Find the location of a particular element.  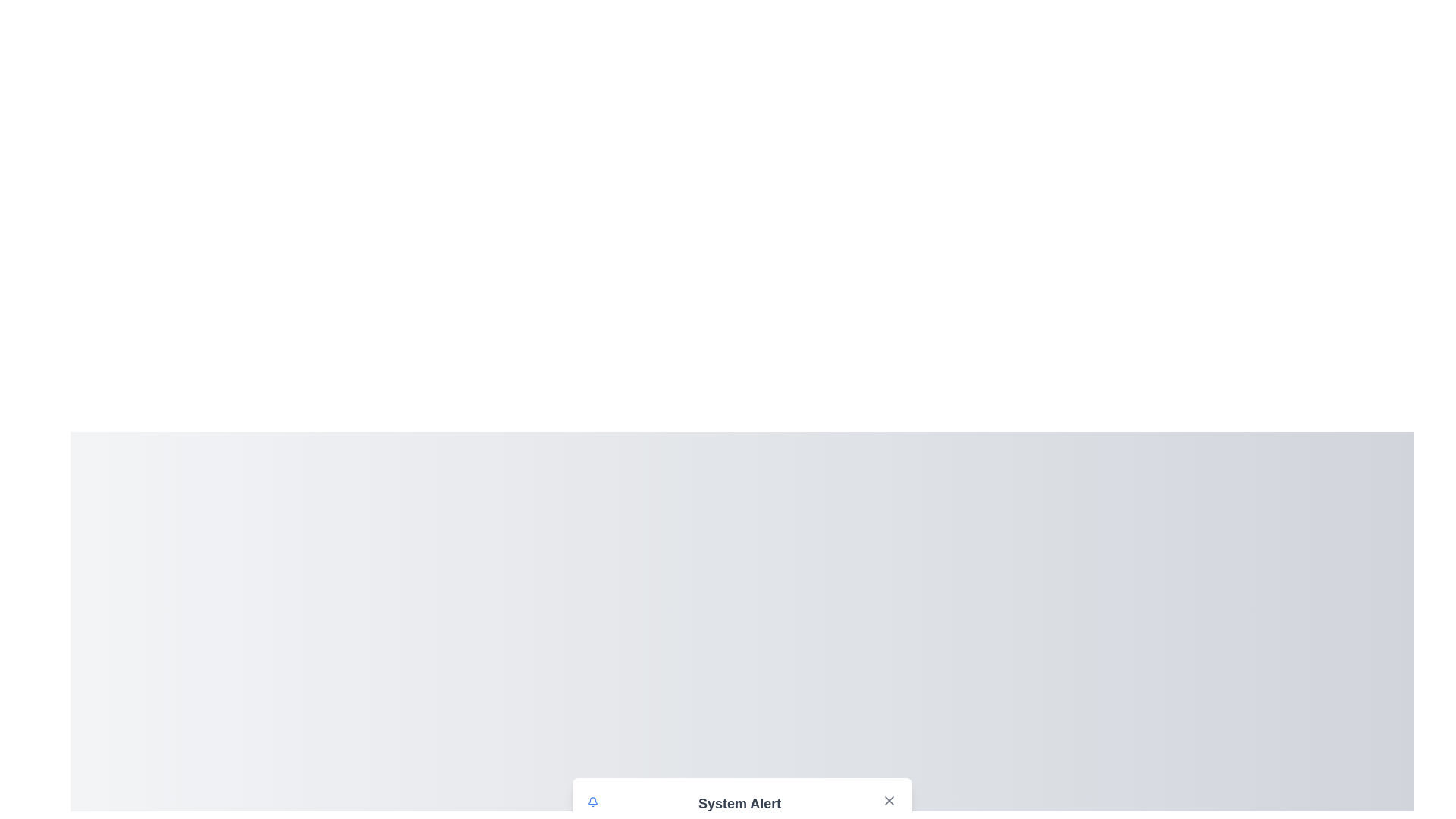

the gray 'X' button is located at coordinates (889, 800).